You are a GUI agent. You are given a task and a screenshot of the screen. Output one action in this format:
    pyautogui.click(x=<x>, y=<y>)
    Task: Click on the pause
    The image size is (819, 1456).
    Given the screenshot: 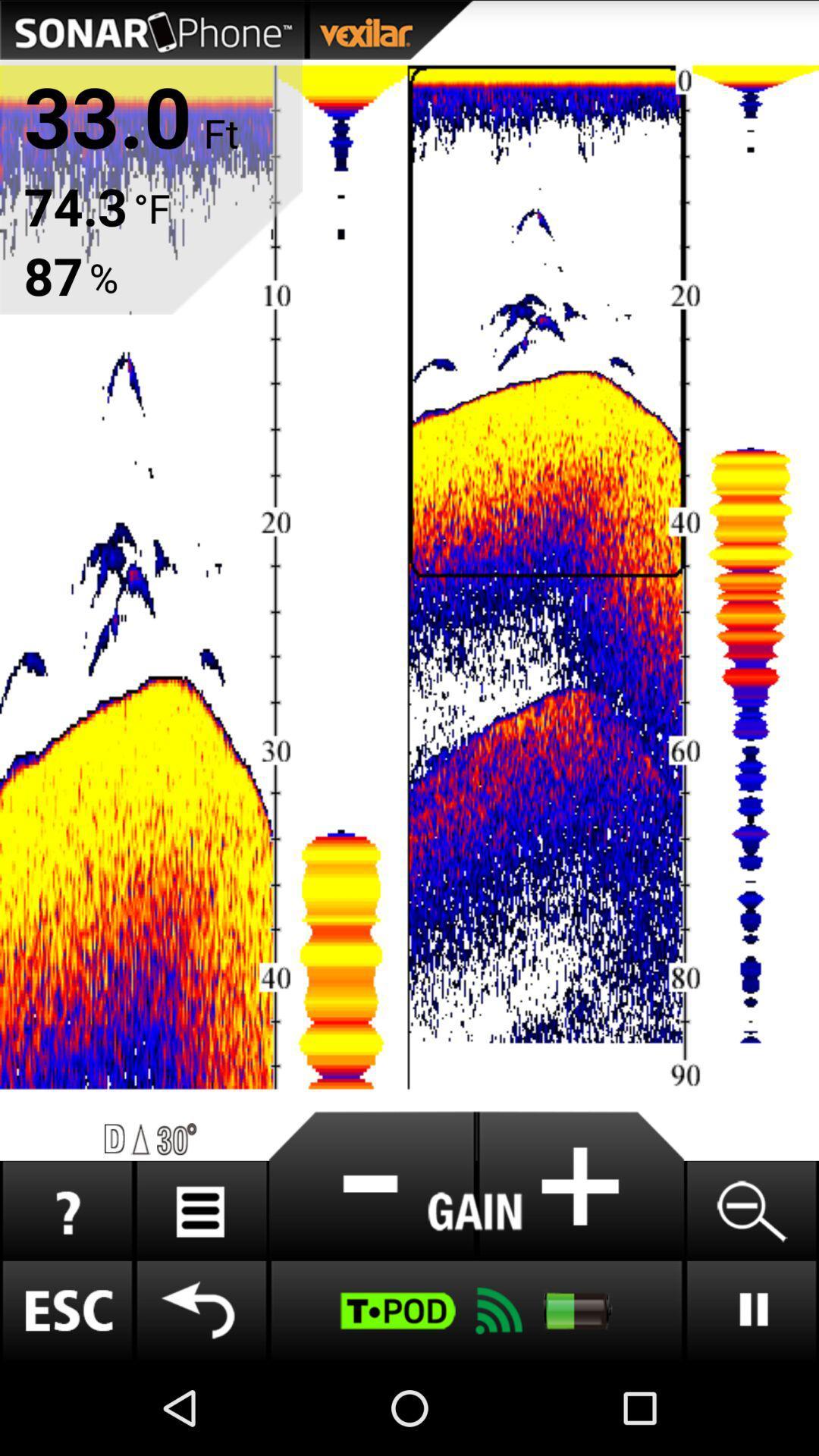 What is the action you would take?
    pyautogui.click(x=751, y=1310)
    